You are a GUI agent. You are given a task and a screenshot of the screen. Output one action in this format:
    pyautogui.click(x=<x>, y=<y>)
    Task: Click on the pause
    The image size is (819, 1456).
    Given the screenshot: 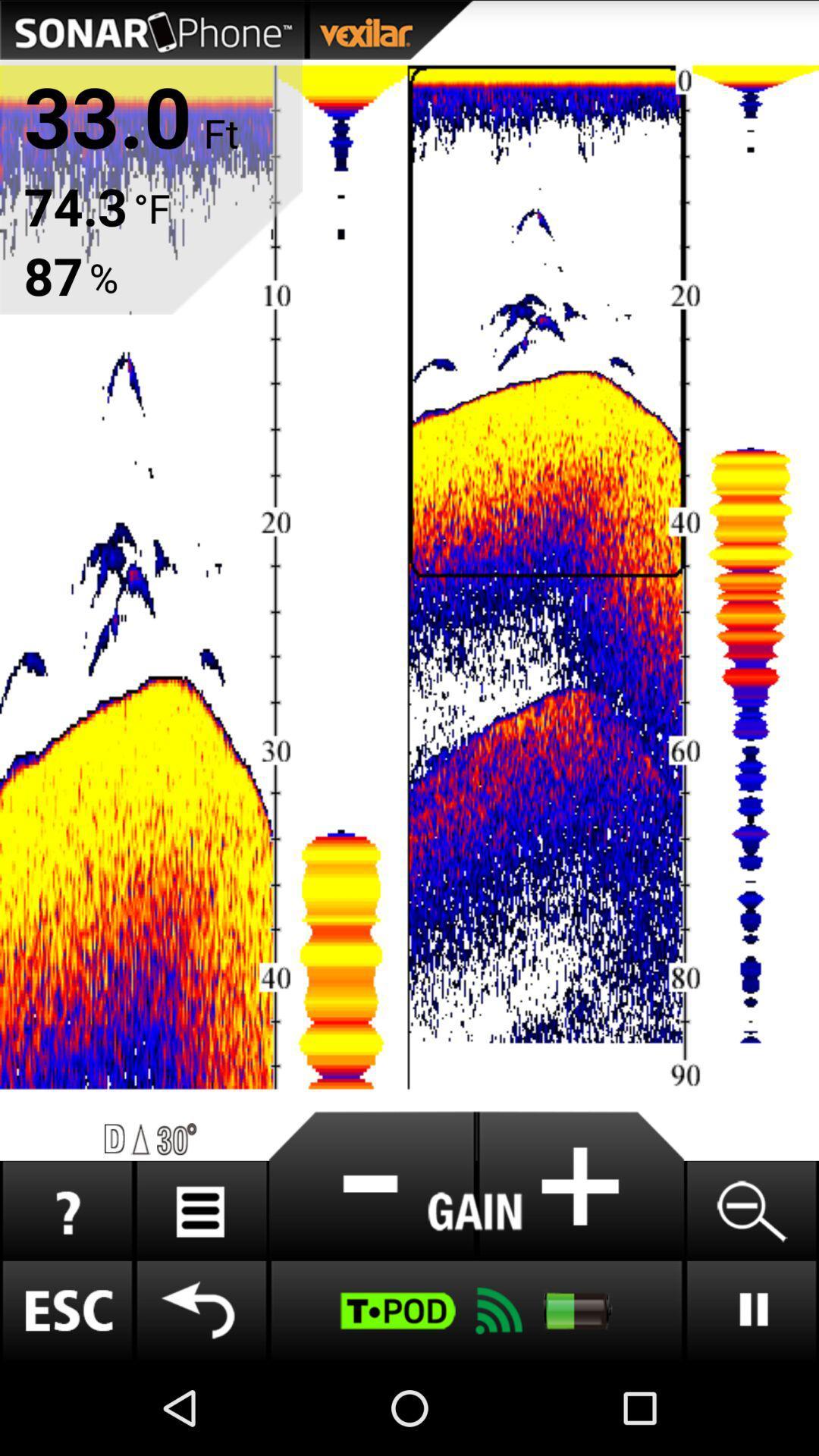 What is the action you would take?
    pyautogui.click(x=751, y=1310)
    